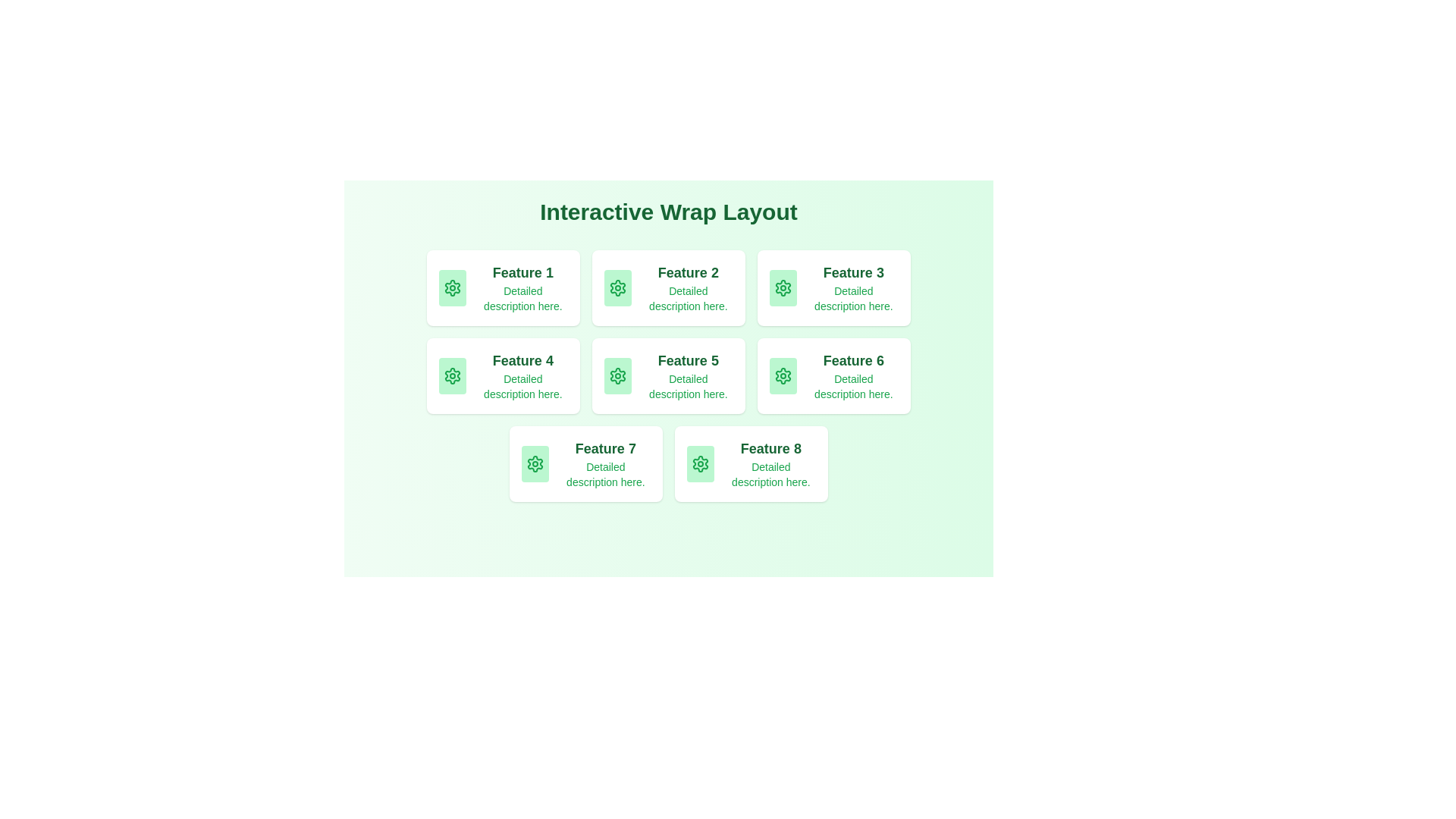 This screenshot has width=1456, height=819. What do you see at coordinates (853, 360) in the screenshot?
I see `the Text Label element that serves as a title for a feature description block, located in the third row, second column of the grid layout` at bounding box center [853, 360].